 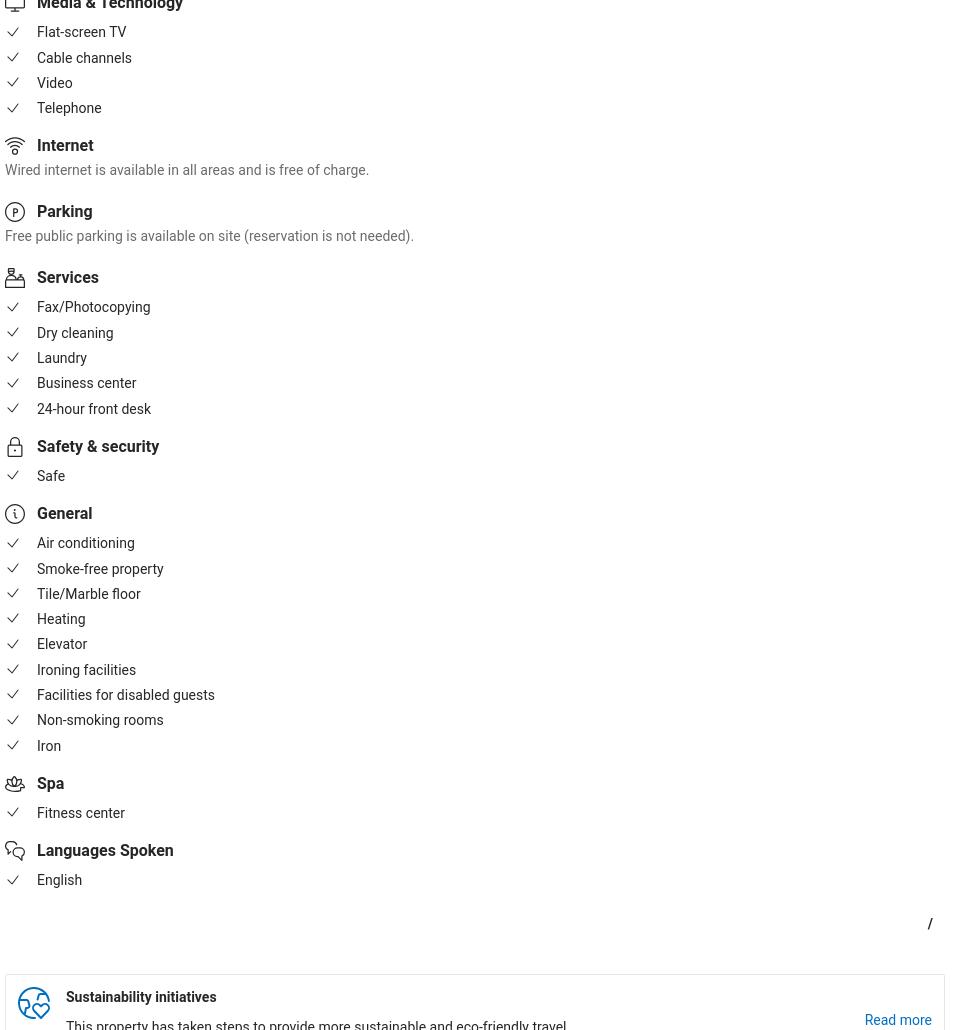 What do you see at coordinates (897, 1017) in the screenshot?
I see `'Read more'` at bounding box center [897, 1017].